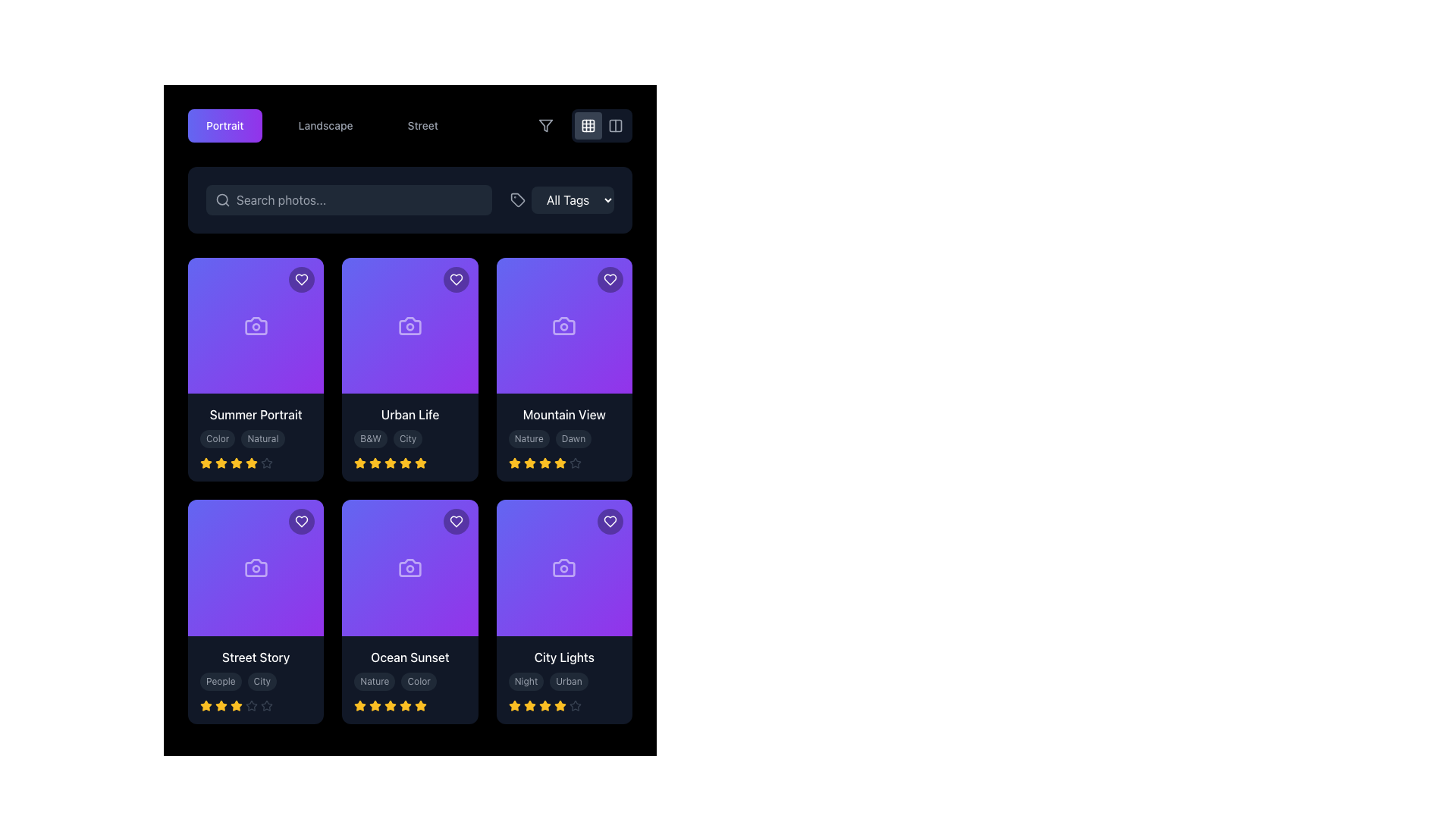 This screenshot has height=819, width=1456. I want to click on the third star icon in the rating system of the 'Street Story' card, so click(221, 704).